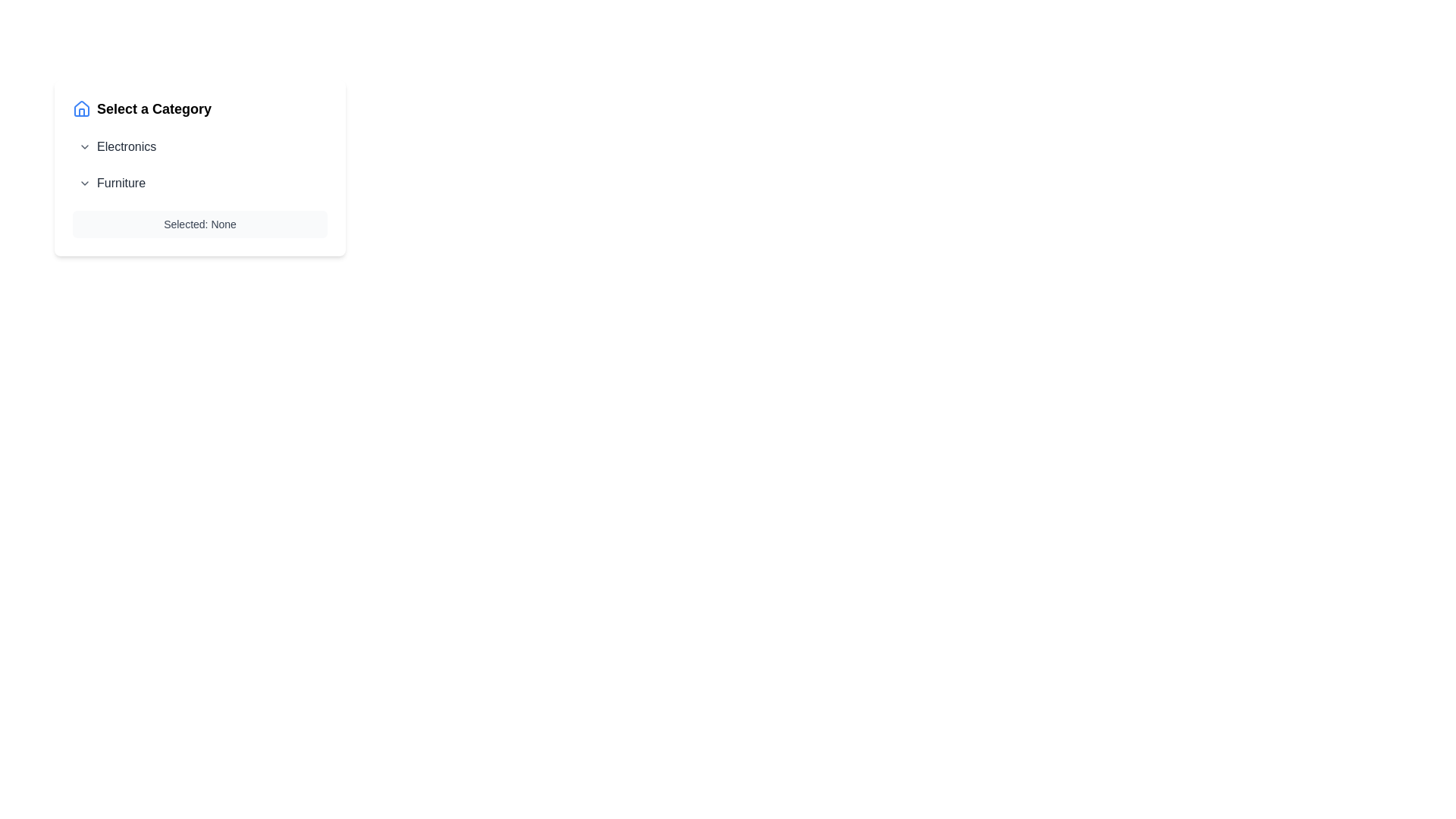 This screenshot has width=1456, height=819. Describe the element at coordinates (199, 224) in the screenshot. I see `the text label that reads 'Selected: None', which is contained within a light gray rectangular box and is positioned at the bottom of the section titled 'Select a Category'` at that location.